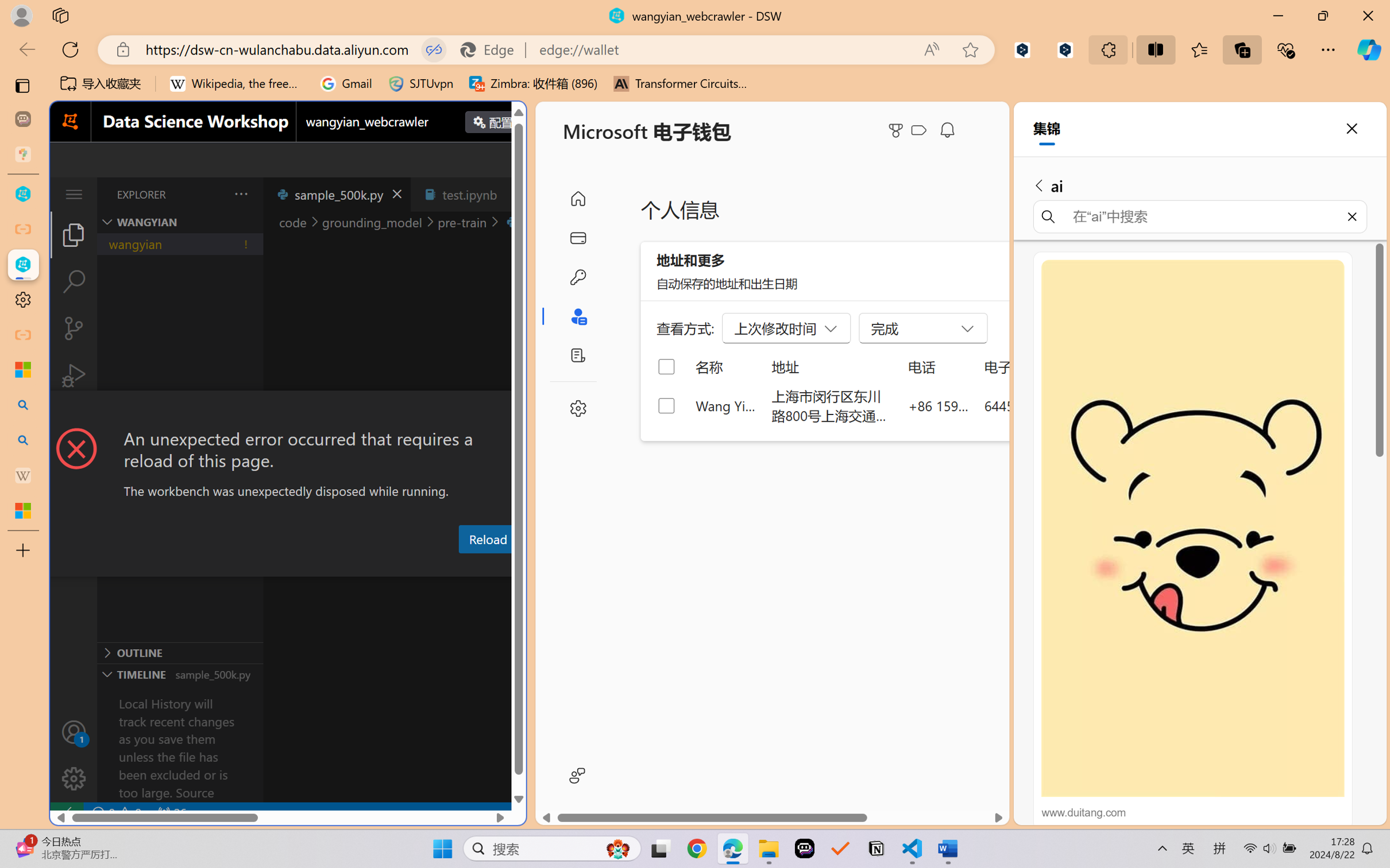  Describe the element at coordinates (921, 130) in the screenshot. I see `'Microsoft Cashback'` at that location.